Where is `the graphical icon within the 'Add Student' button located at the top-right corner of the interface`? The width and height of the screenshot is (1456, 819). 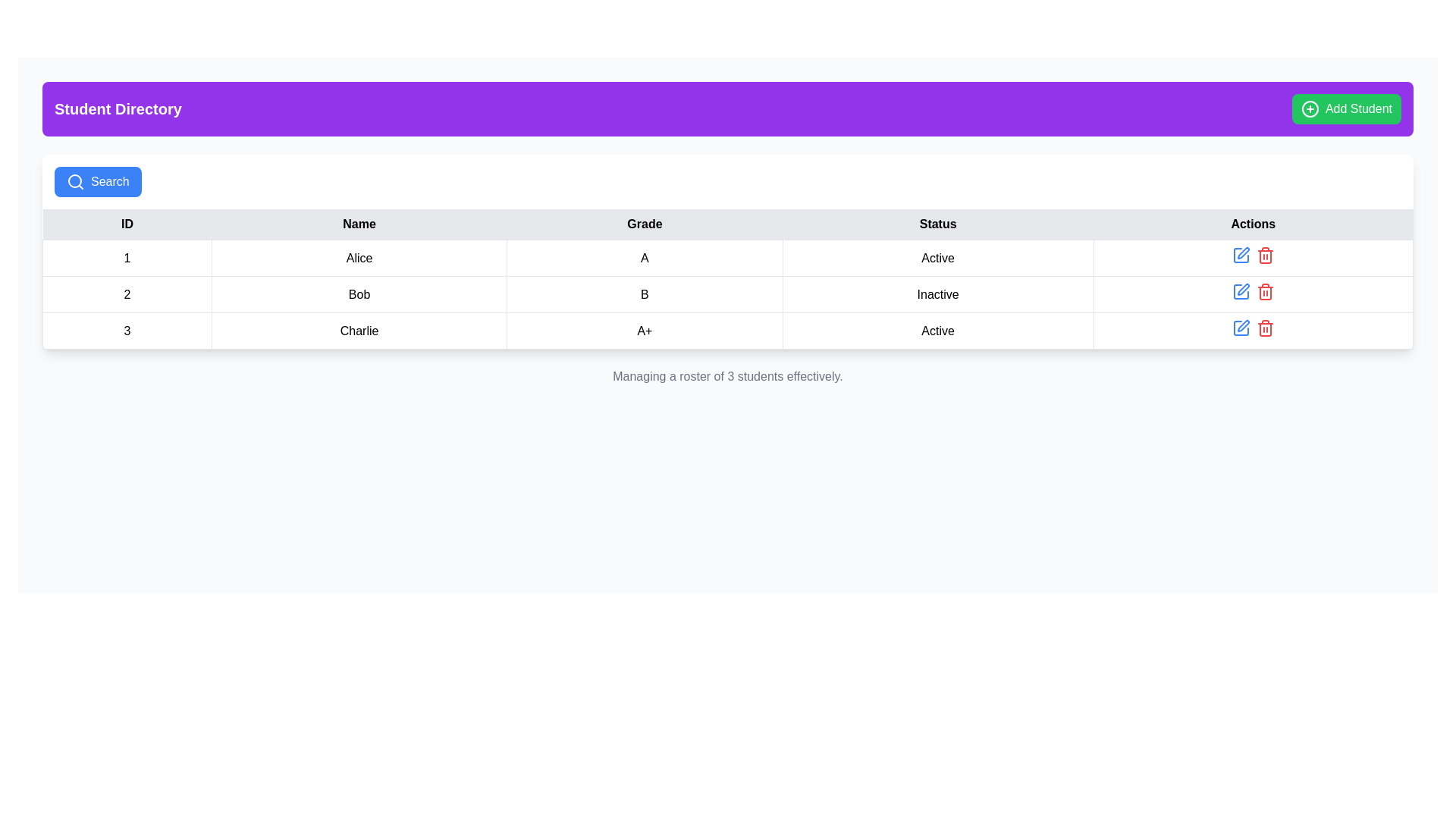
the graphical icon within the 'Add Student' button located at the top-right corner of the interface is located at coordinates (1310, 108).